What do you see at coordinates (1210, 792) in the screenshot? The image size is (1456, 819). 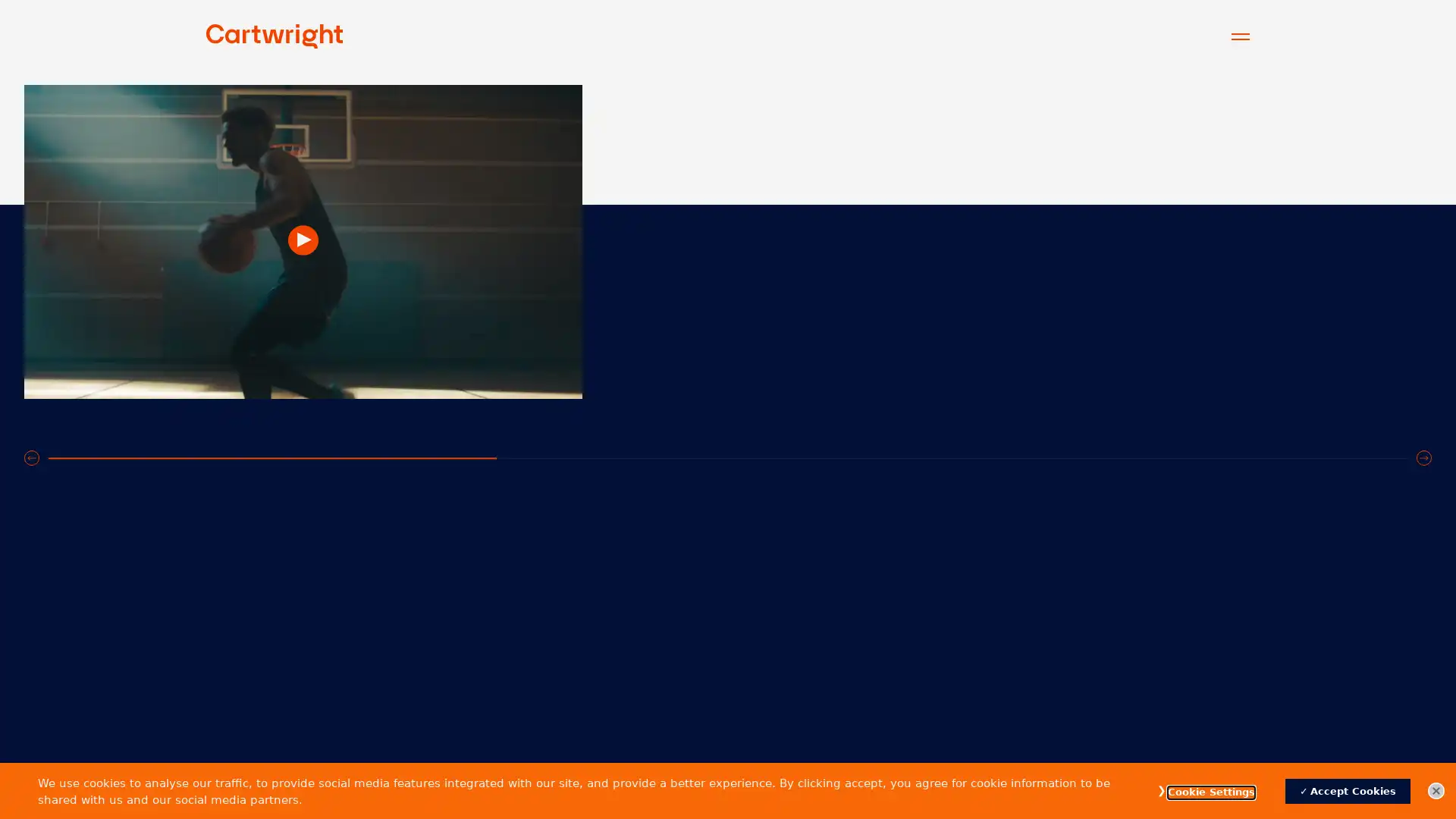 I see `Cookie Settings` at bounding box center [1210, 792].